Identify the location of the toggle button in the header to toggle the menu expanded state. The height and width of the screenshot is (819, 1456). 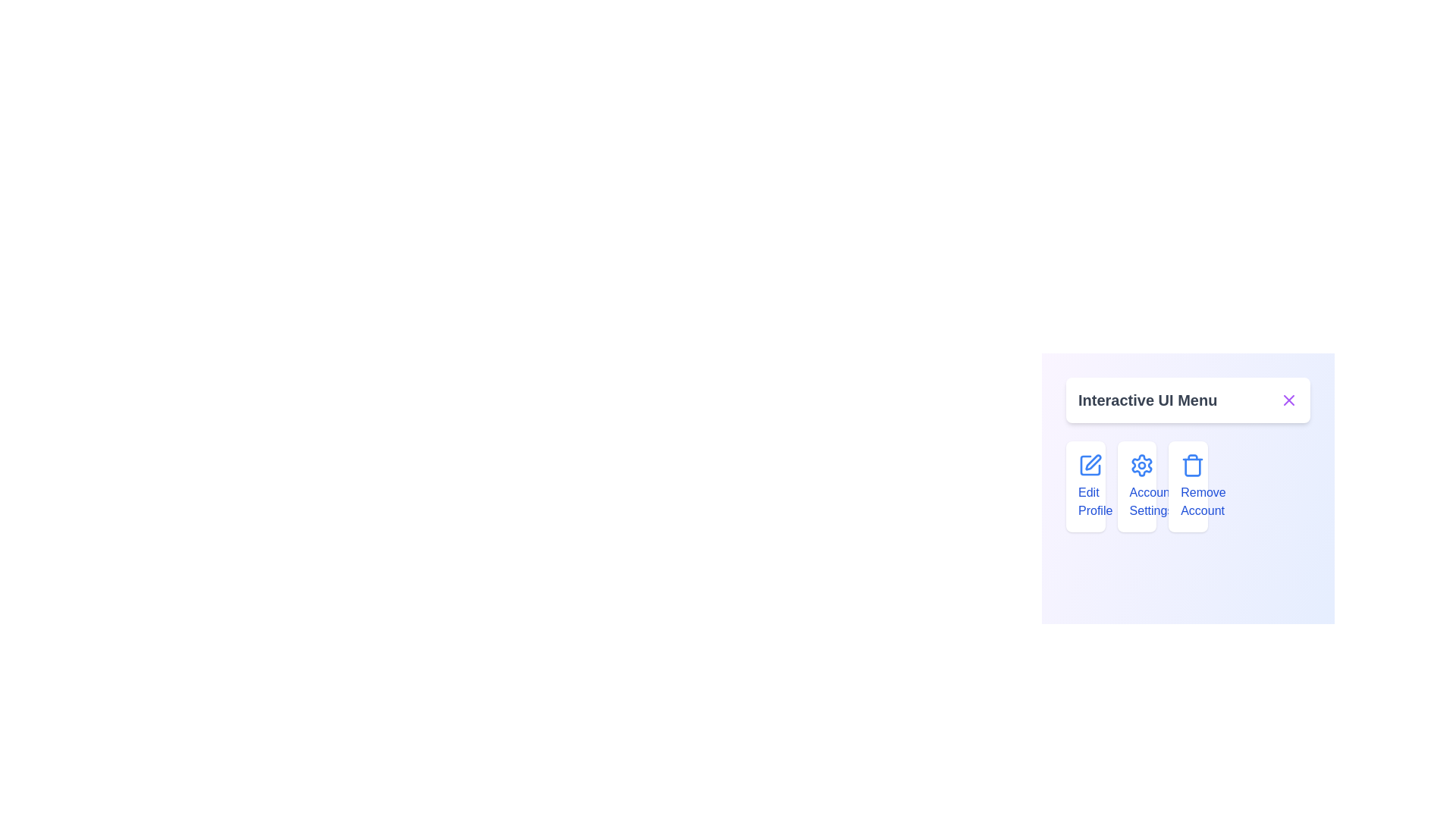
(1288, 400).